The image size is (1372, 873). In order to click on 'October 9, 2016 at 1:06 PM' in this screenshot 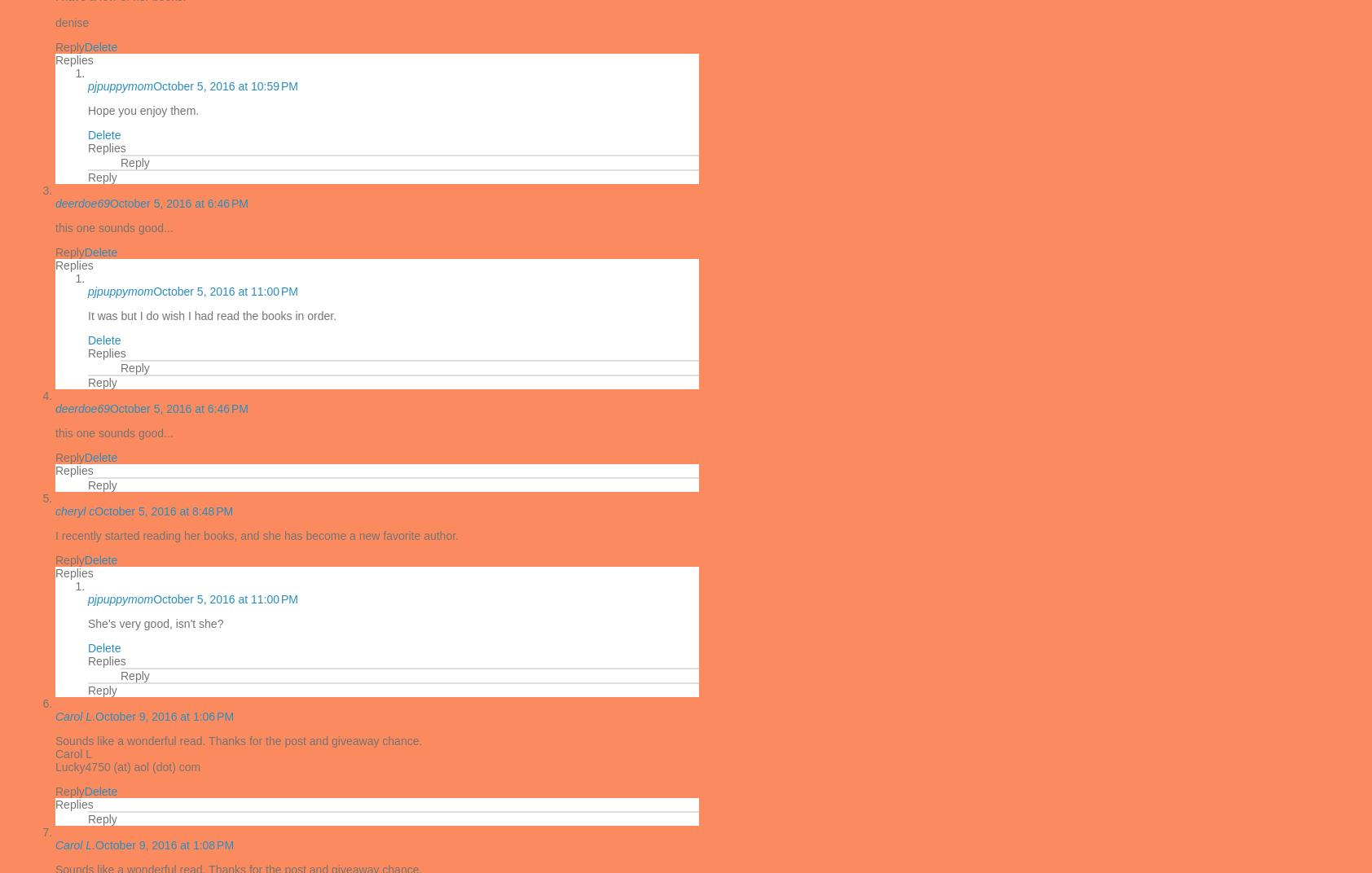, I will do `click(164, 717)`.